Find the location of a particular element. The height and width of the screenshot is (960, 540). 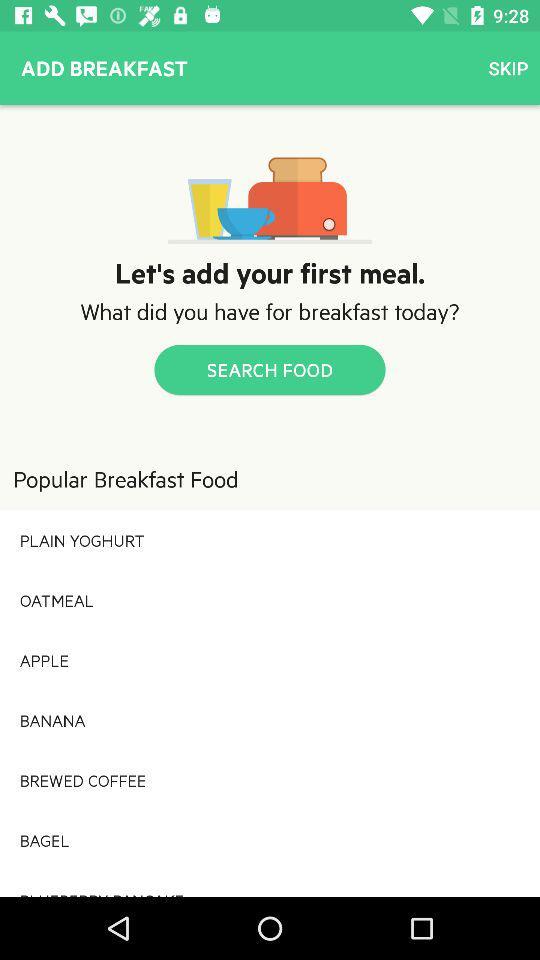

plain yoghurt icon is located at coordinates (270, 539).